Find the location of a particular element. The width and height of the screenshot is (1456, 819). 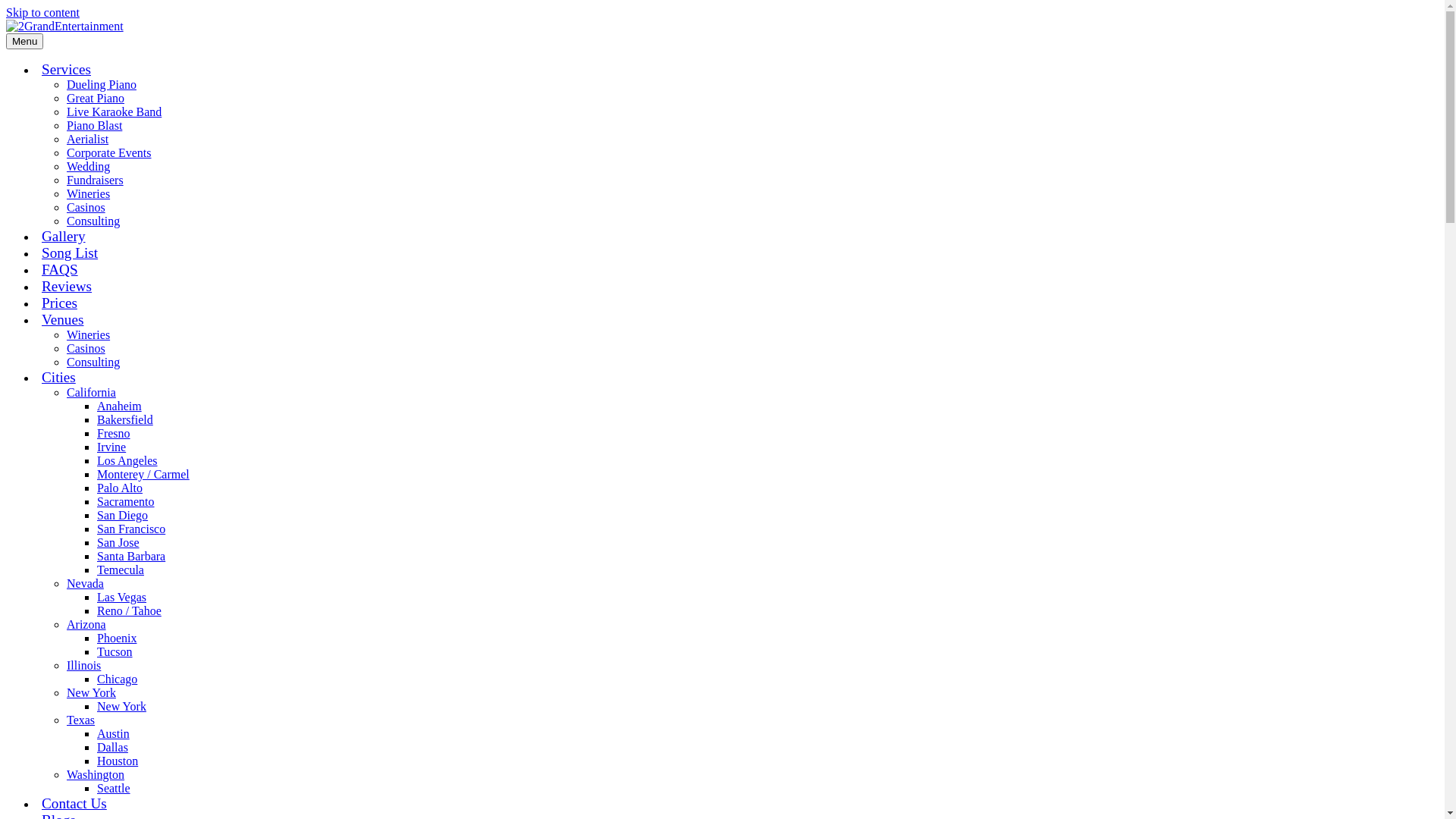

'Palo Alto' is located at coordinates (119, 488).